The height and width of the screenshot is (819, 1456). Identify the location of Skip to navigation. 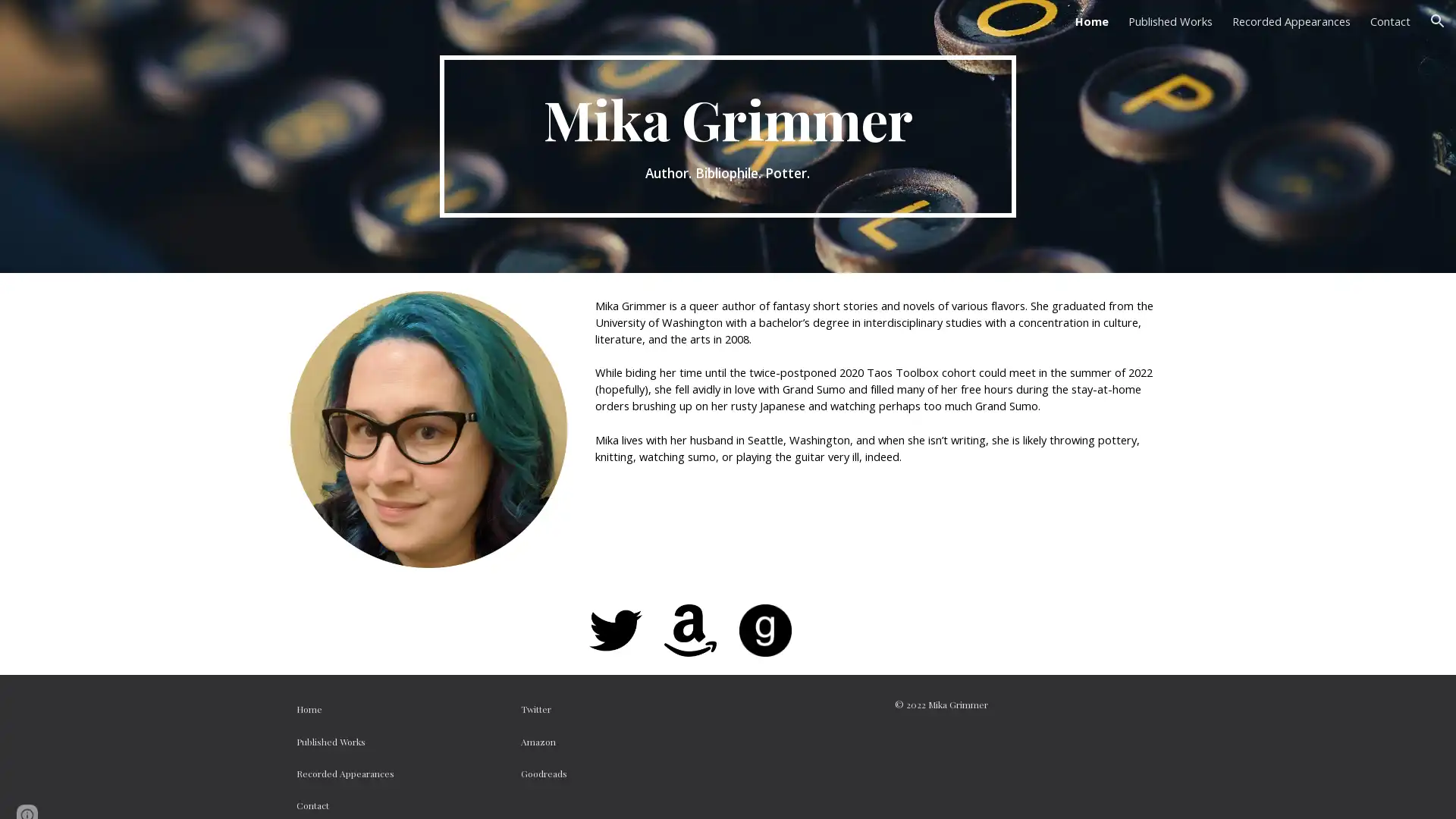
(864, 28).